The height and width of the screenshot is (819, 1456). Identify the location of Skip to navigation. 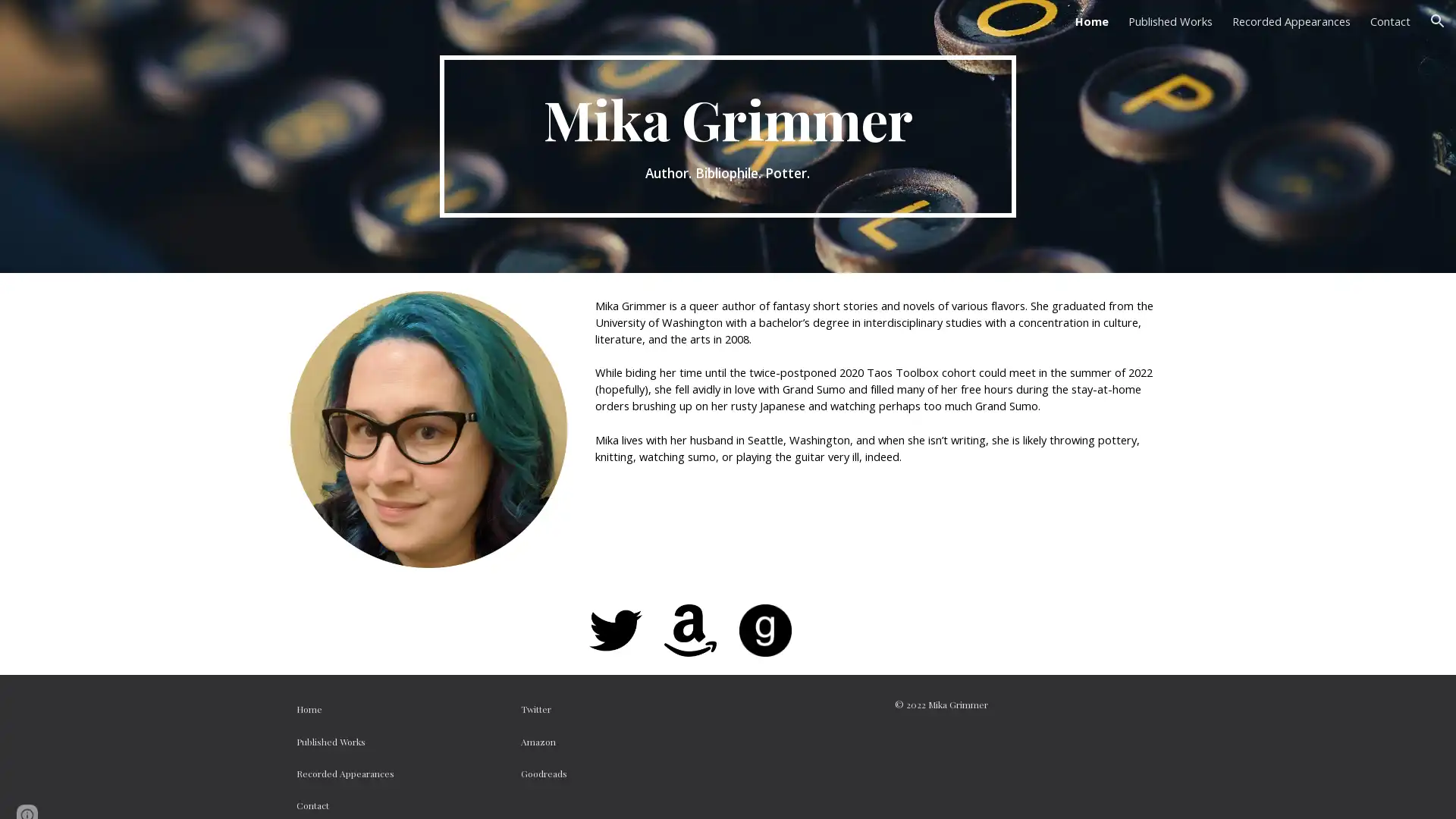
(864, 28).